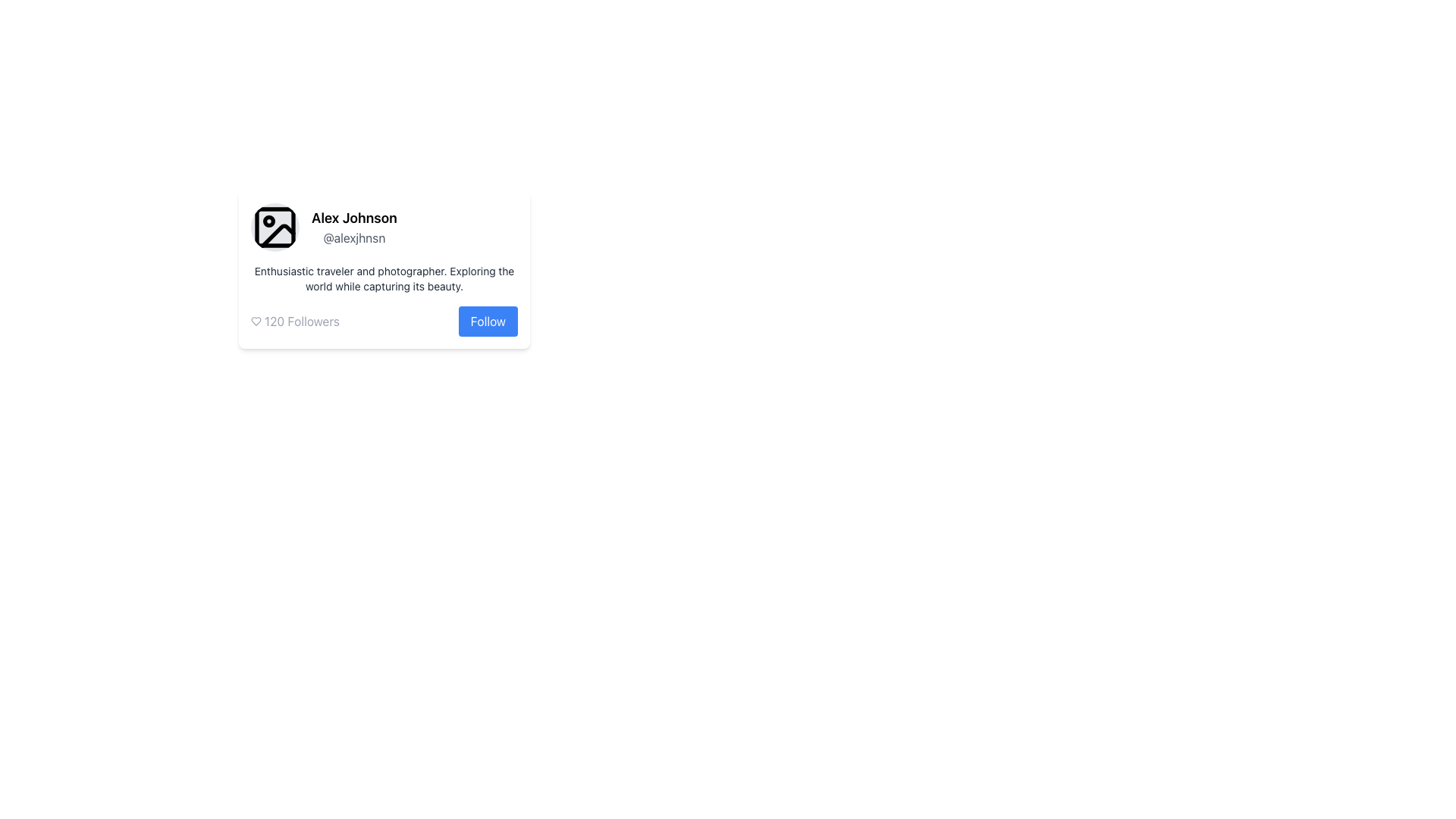 Image resolution: width=1456 pixels, height=819 pixels. Describe the element at coordinates (384, 278) in the screenshot. I see `the Text Block element that displays a brief description or biography of the user, located below the header 'Alex Johnson' and above the '120 Followers' section` at that location.